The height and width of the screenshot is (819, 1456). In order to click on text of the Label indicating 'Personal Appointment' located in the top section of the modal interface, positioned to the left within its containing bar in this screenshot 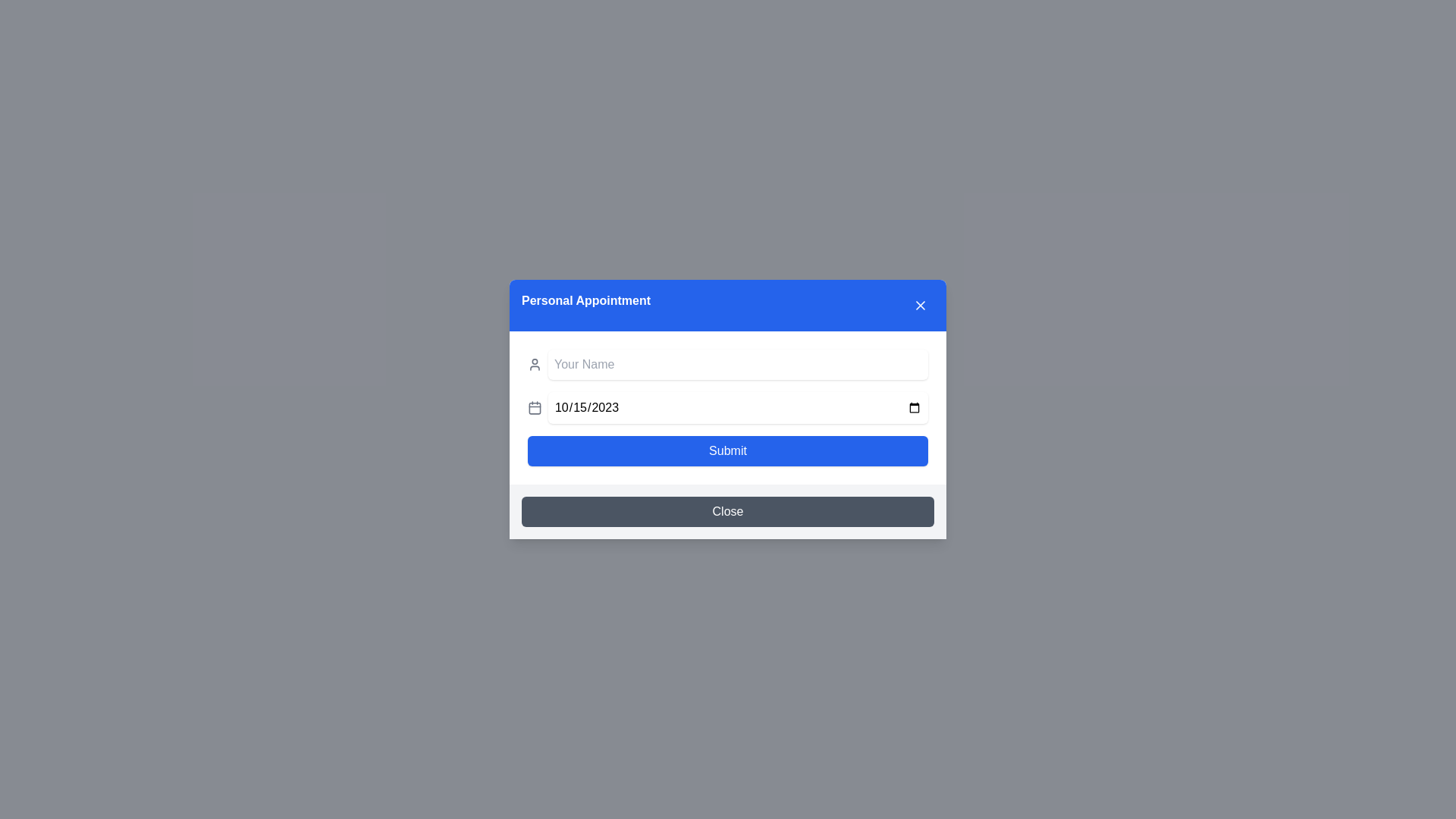, I will do `click(585, 305)`.